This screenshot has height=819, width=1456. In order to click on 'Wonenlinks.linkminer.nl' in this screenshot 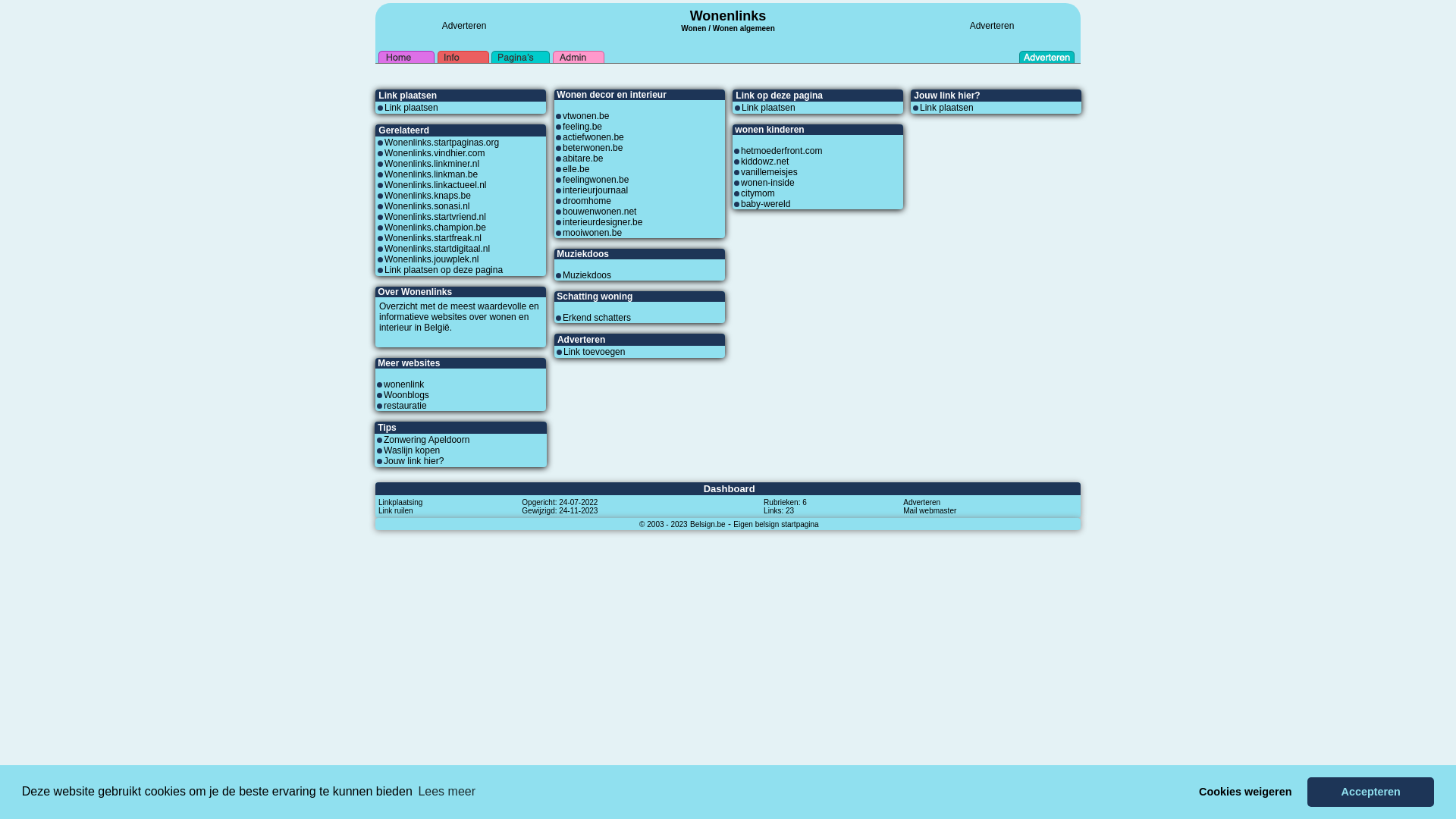, I will do `click(431, 164)`.